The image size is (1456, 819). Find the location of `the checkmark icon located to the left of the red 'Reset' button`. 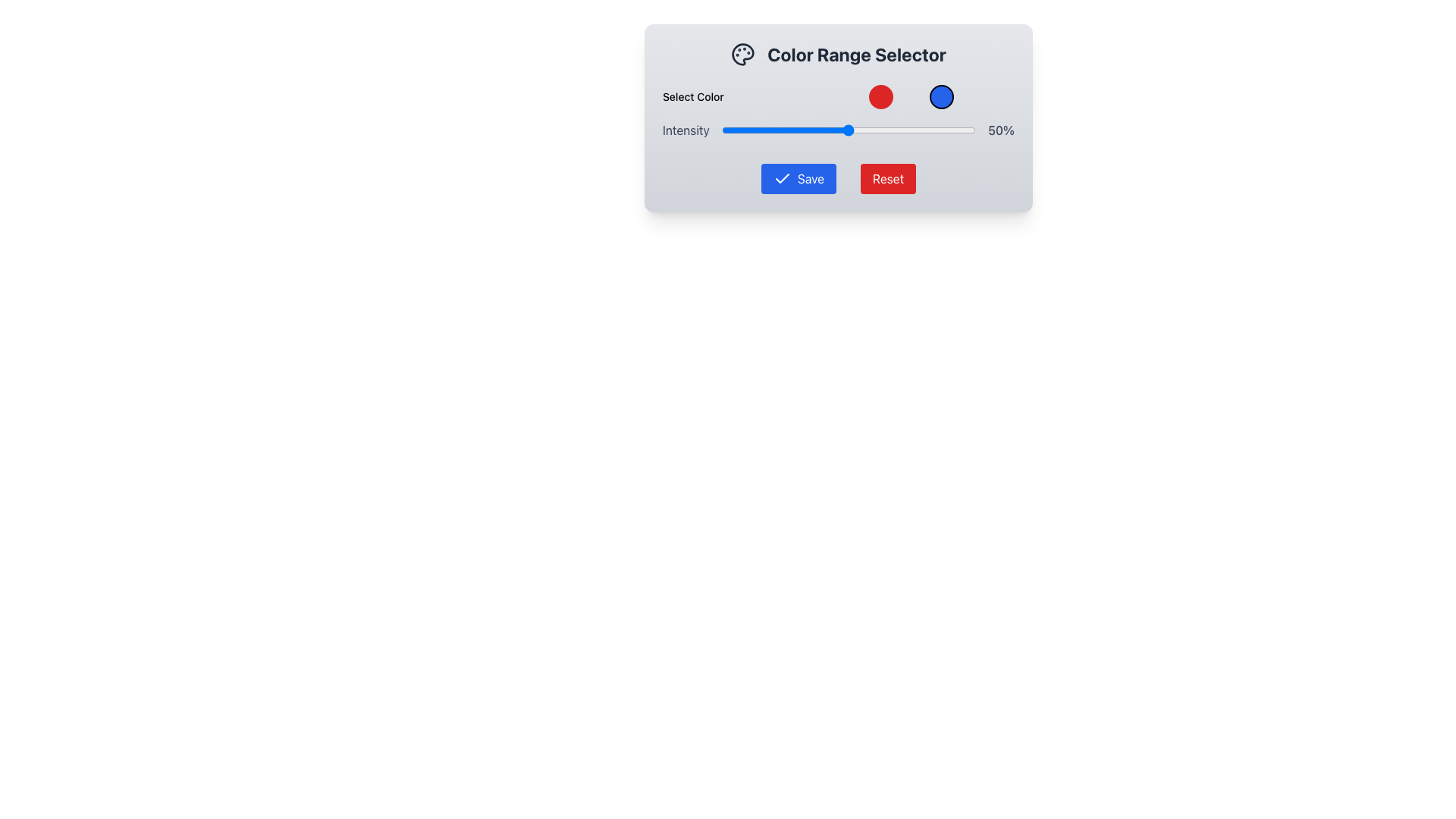

the checkmark icon located to the left of the red 'Reset' button is located at coordinates (783, 177).